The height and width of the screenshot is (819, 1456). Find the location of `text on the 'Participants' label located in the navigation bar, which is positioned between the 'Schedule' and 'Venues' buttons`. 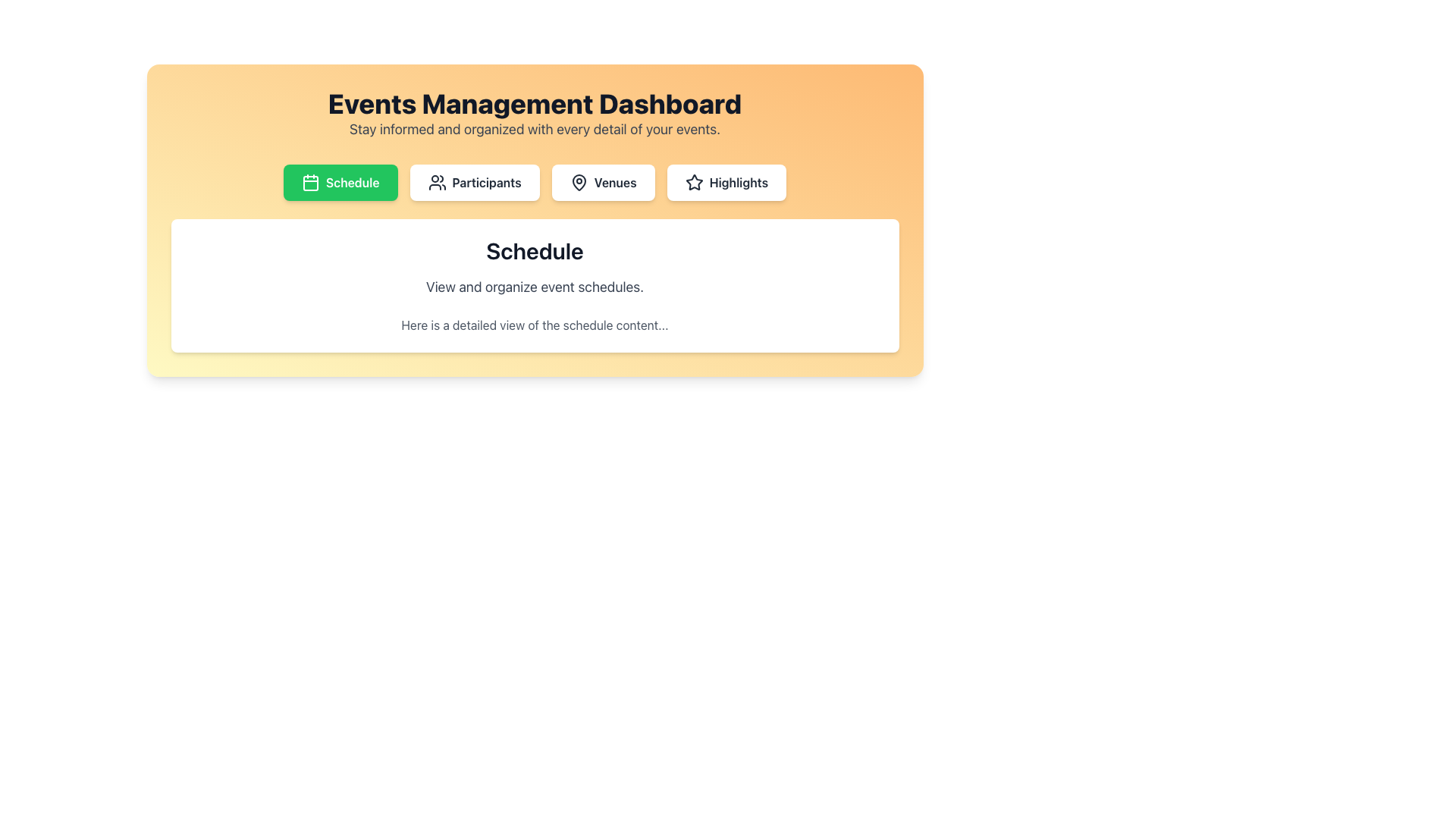

text on the 'Participants' label located in the navigation bar, which is positioned between the 'Schedule' and 'Venues' buttons is located at coordinates (487, 181).